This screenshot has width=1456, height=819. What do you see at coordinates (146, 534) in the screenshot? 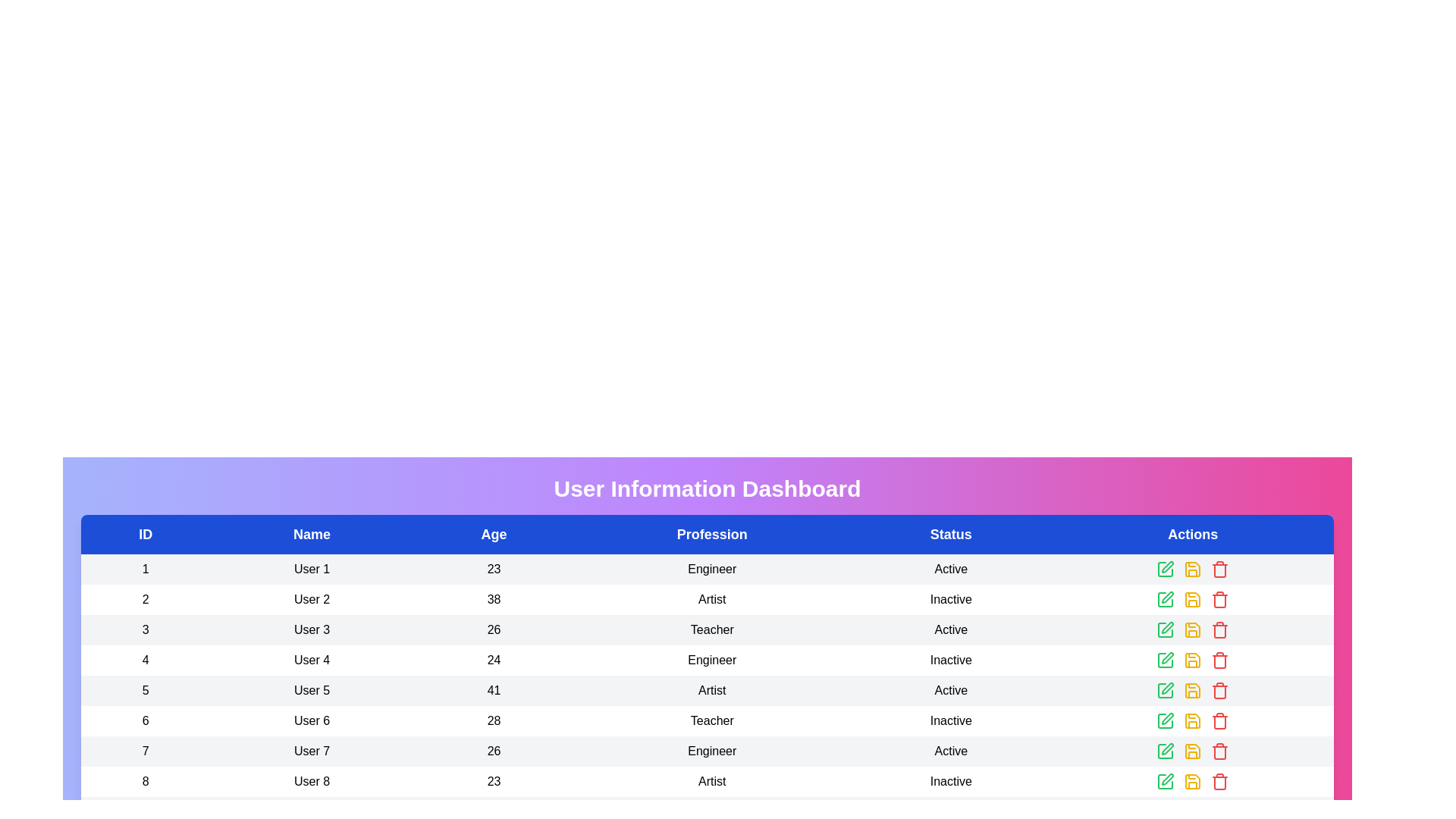
I see `the column header labeled 'ID' to sort the table by that column` at bounding box center [146, 534].